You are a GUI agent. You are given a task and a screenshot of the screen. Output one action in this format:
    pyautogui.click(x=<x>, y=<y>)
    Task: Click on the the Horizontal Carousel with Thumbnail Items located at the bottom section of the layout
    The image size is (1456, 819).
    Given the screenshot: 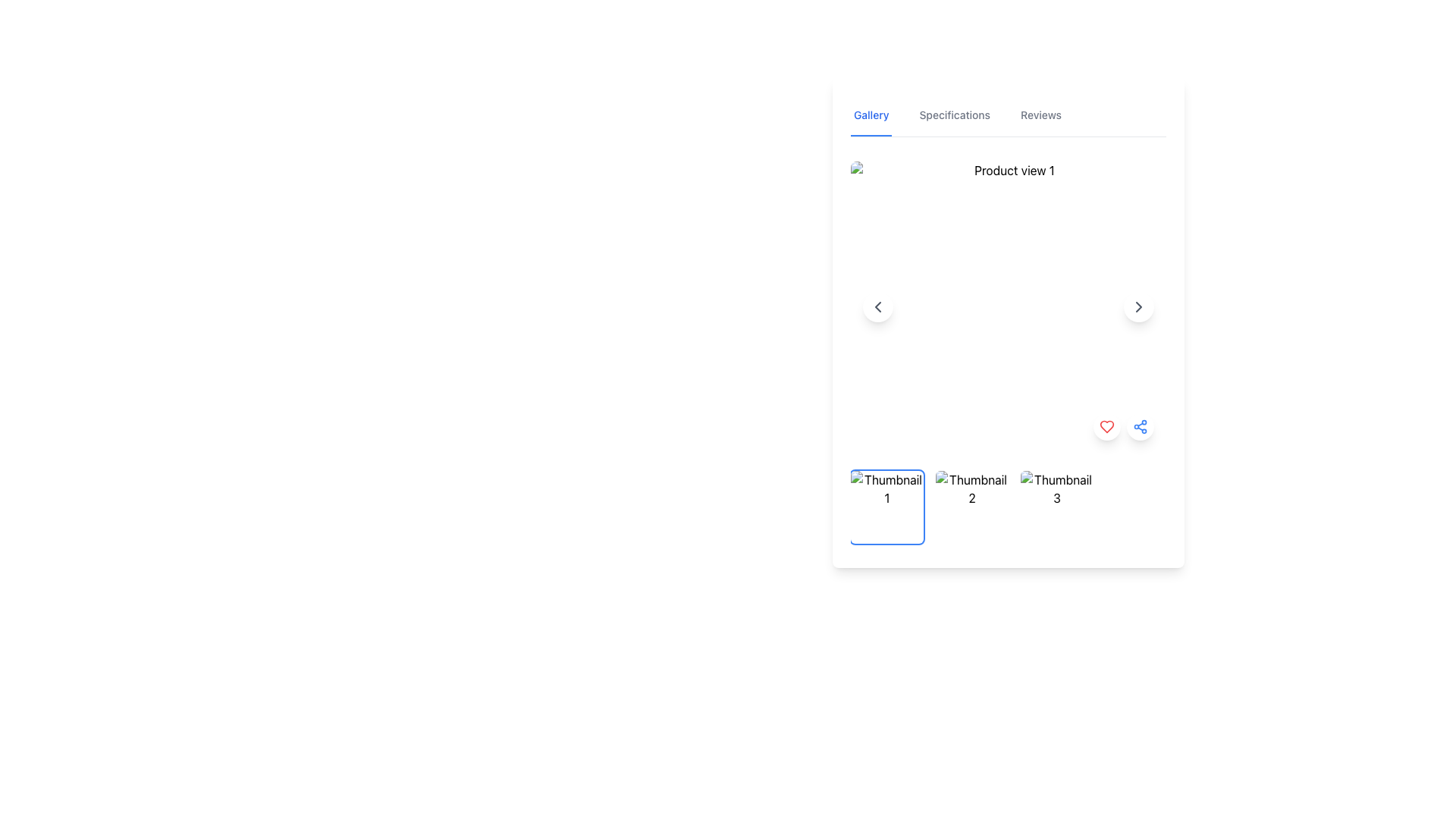 What is the action you would take?
    pyautogui.click(x=1008, y=507)
    